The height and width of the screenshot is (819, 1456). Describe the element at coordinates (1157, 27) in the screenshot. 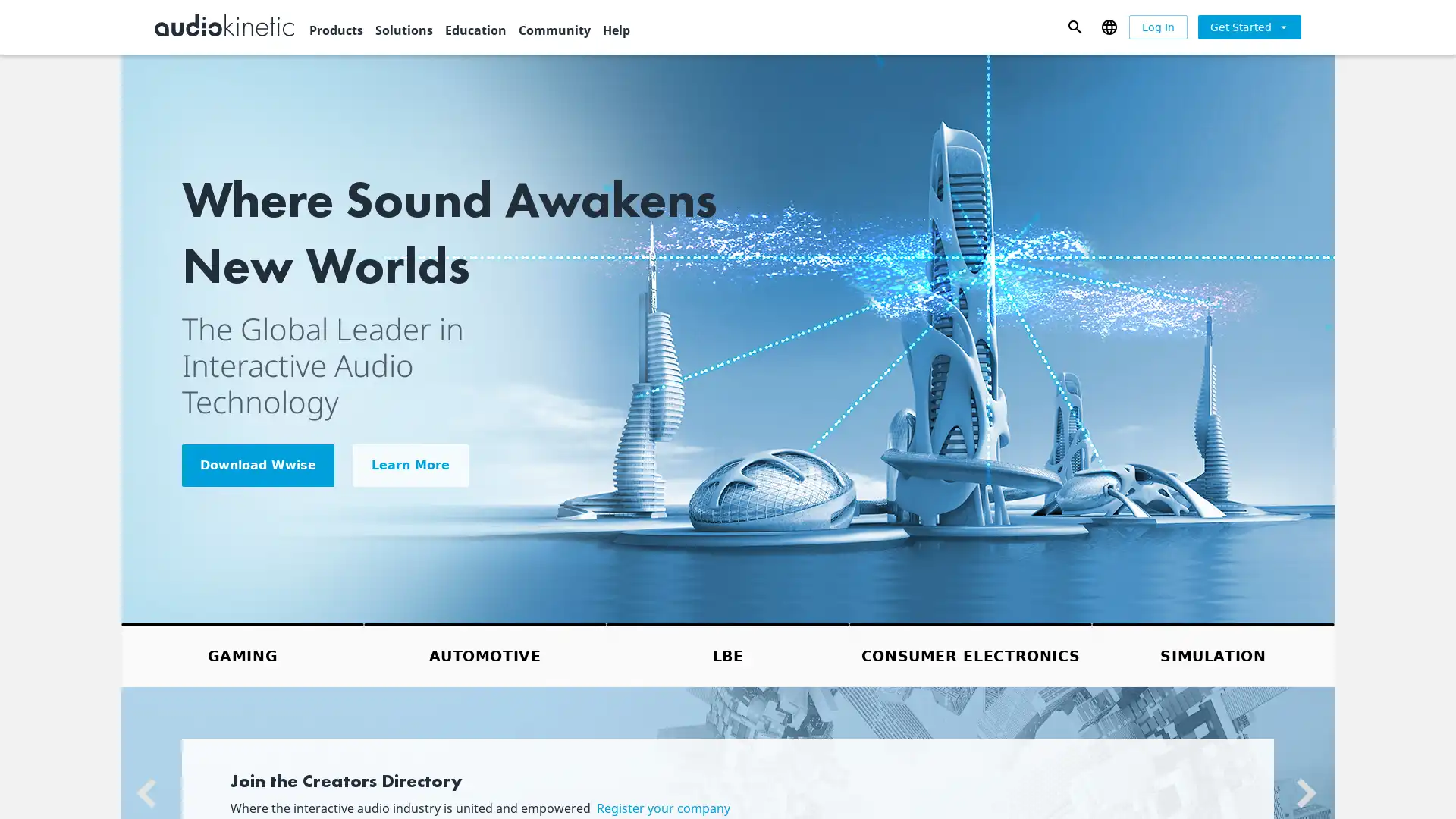

I see `Log In` at that location.